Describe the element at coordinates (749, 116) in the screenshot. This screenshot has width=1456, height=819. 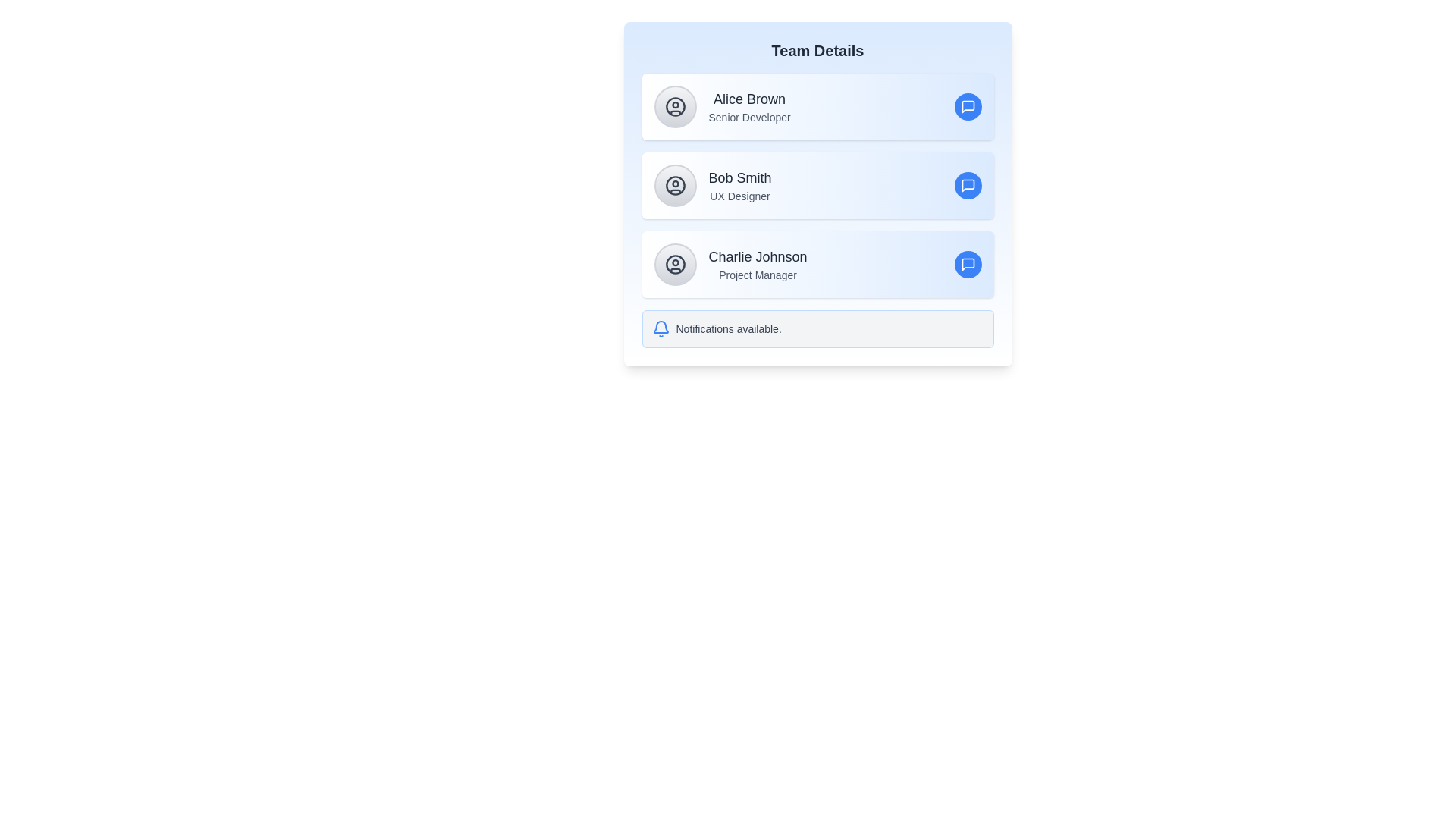
I see `text content of the label displaying 'Senior Developer', which is positioned directly below the bold text 'Alice Brown' in the 'Team Details' section` at that location.